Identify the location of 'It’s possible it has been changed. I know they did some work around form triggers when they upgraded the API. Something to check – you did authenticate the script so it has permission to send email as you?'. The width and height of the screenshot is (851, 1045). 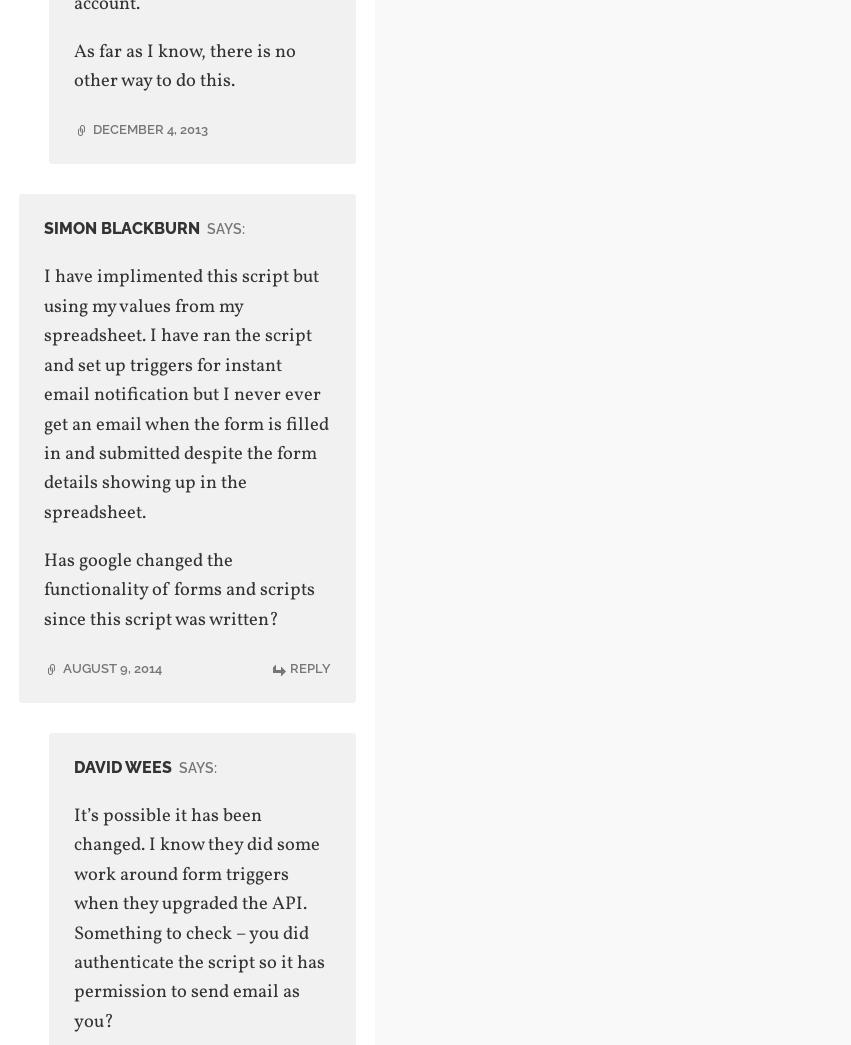
(73, 918).